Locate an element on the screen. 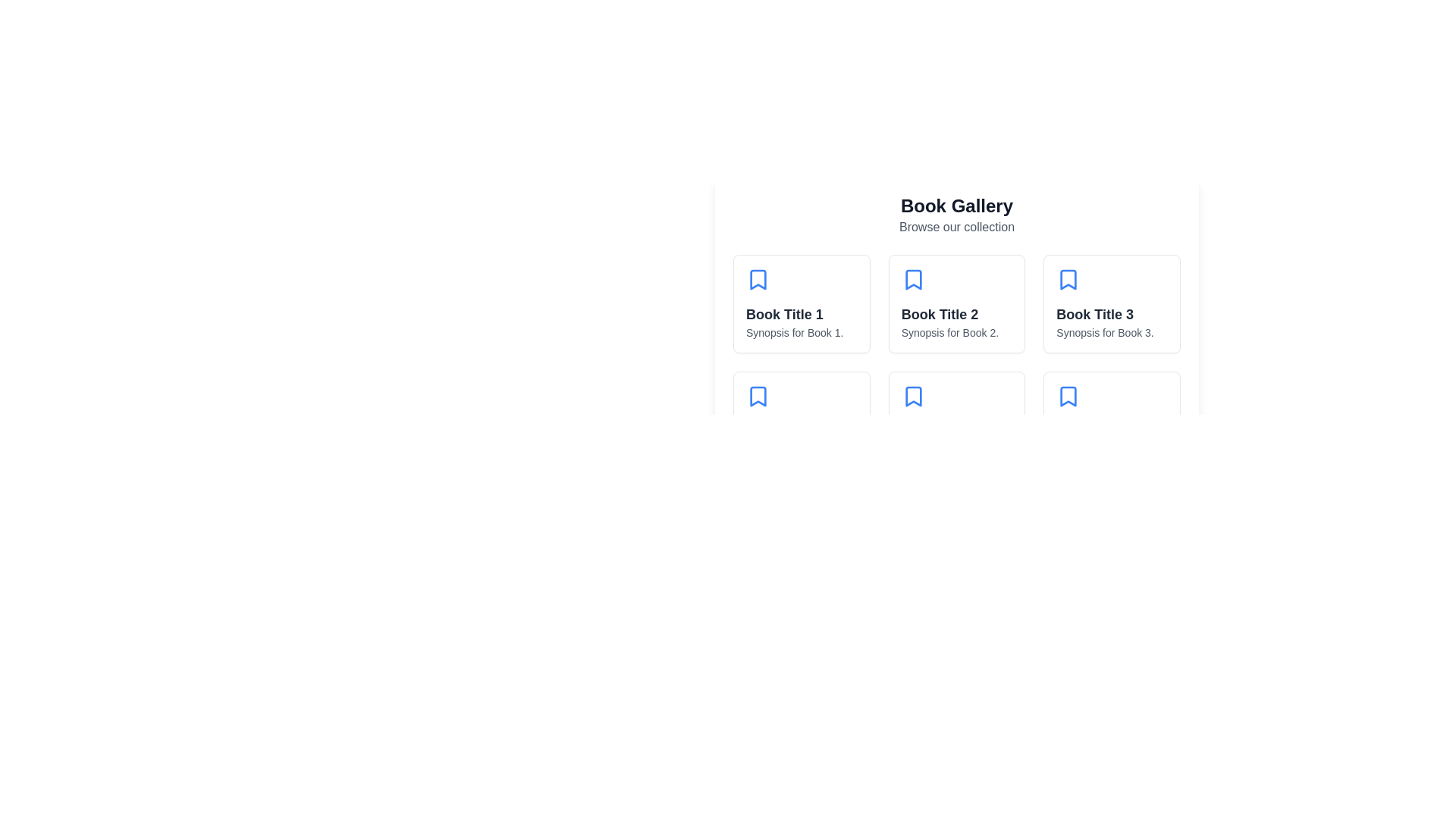 This screenshot has height=819, width=1456. the static text providing a summary or description of the book located in the third card of the 'Book Gallery' section, positioned below 'Book Title 3' is located at coordinates (1105, 332).